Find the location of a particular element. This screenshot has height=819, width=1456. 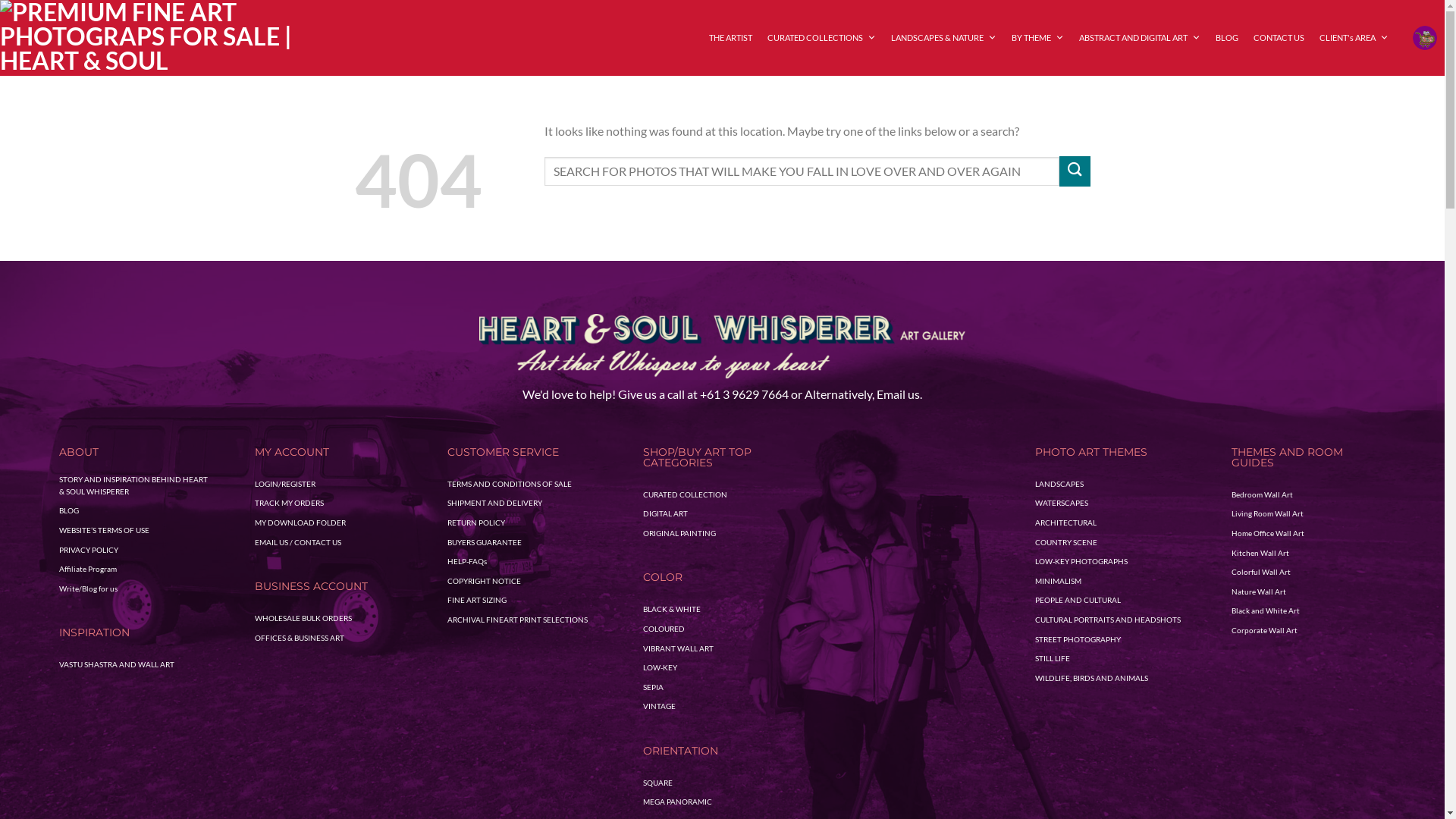

'BUYERS GUARANTEE' is located at coordinates (483, 541).